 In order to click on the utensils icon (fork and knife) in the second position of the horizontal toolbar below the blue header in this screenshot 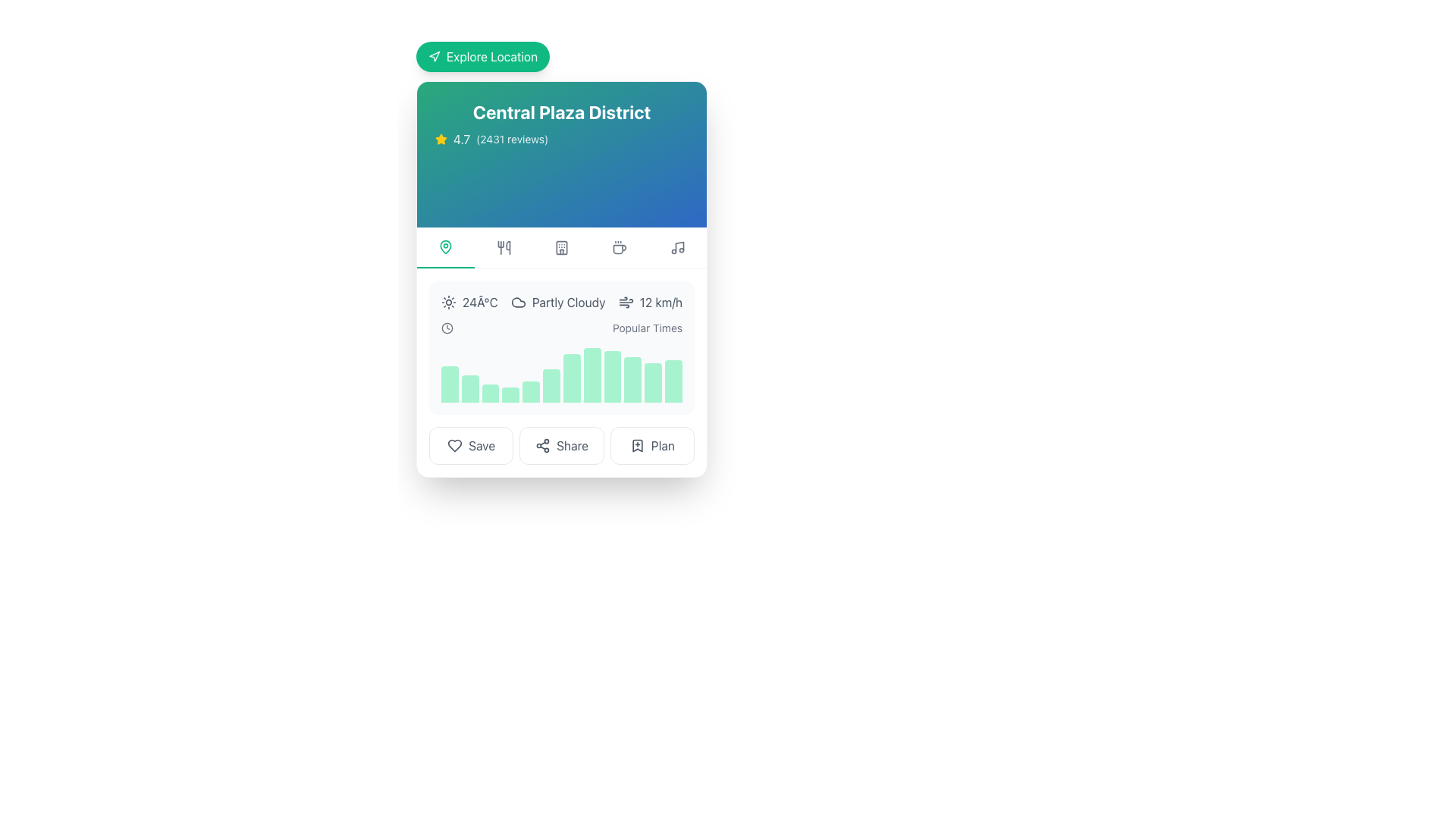, I will do `click(504, 247)`.